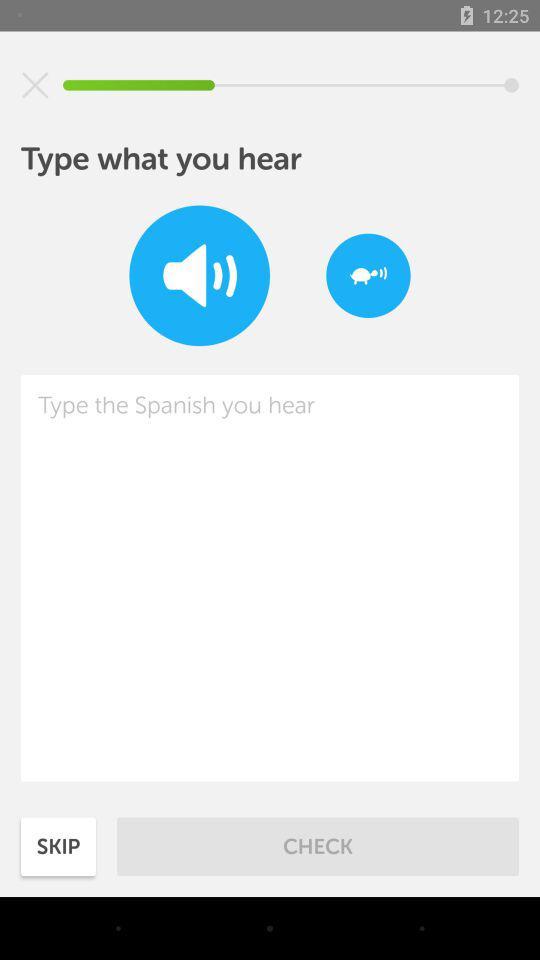  Describe the element at coordinates (318, 845) in the screenshot. I see `item next to skip item` at that location.